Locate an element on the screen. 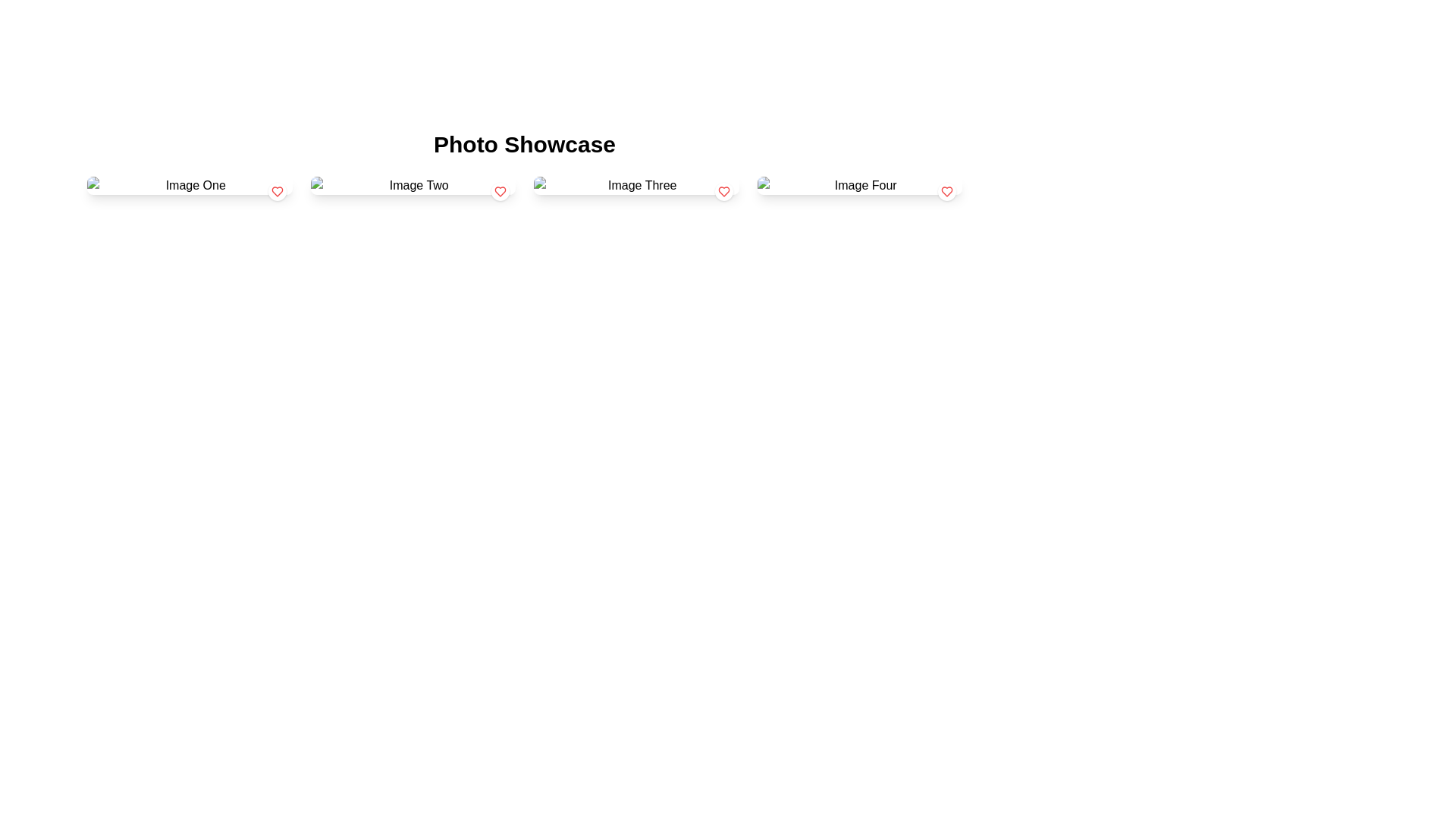  the 'like' or 'favorite' button located in the top-right corner of the thumbnail for 'Image One' is located at coordinates (277, 191).